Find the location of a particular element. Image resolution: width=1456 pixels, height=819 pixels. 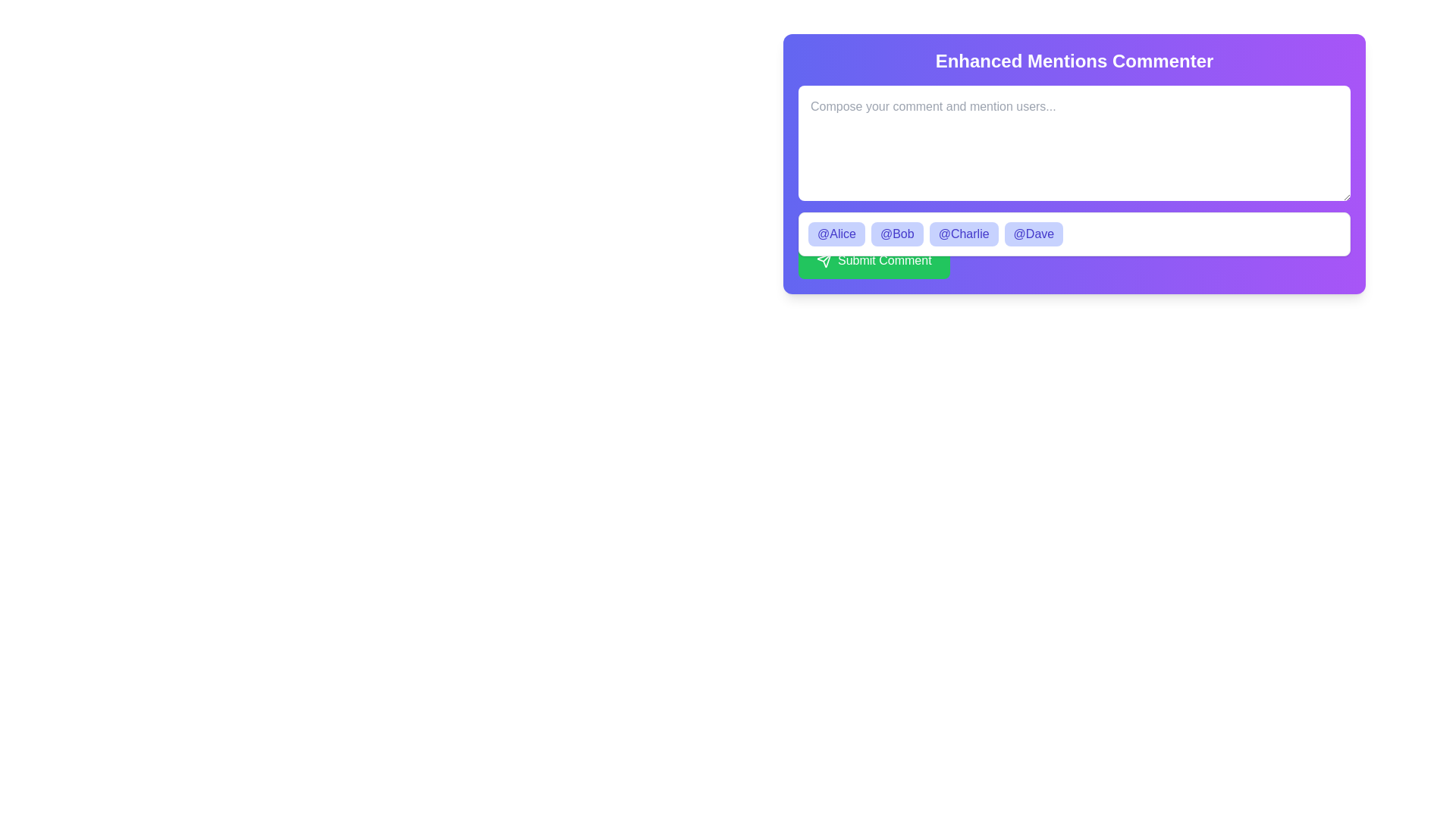

the informational text that reads 'You can mention team members in your comment.' which is displayed in a small white font on a vibrant purple background, located between a smiley face icon and a list of mentionable user icons is located at coordinates (940, 227).